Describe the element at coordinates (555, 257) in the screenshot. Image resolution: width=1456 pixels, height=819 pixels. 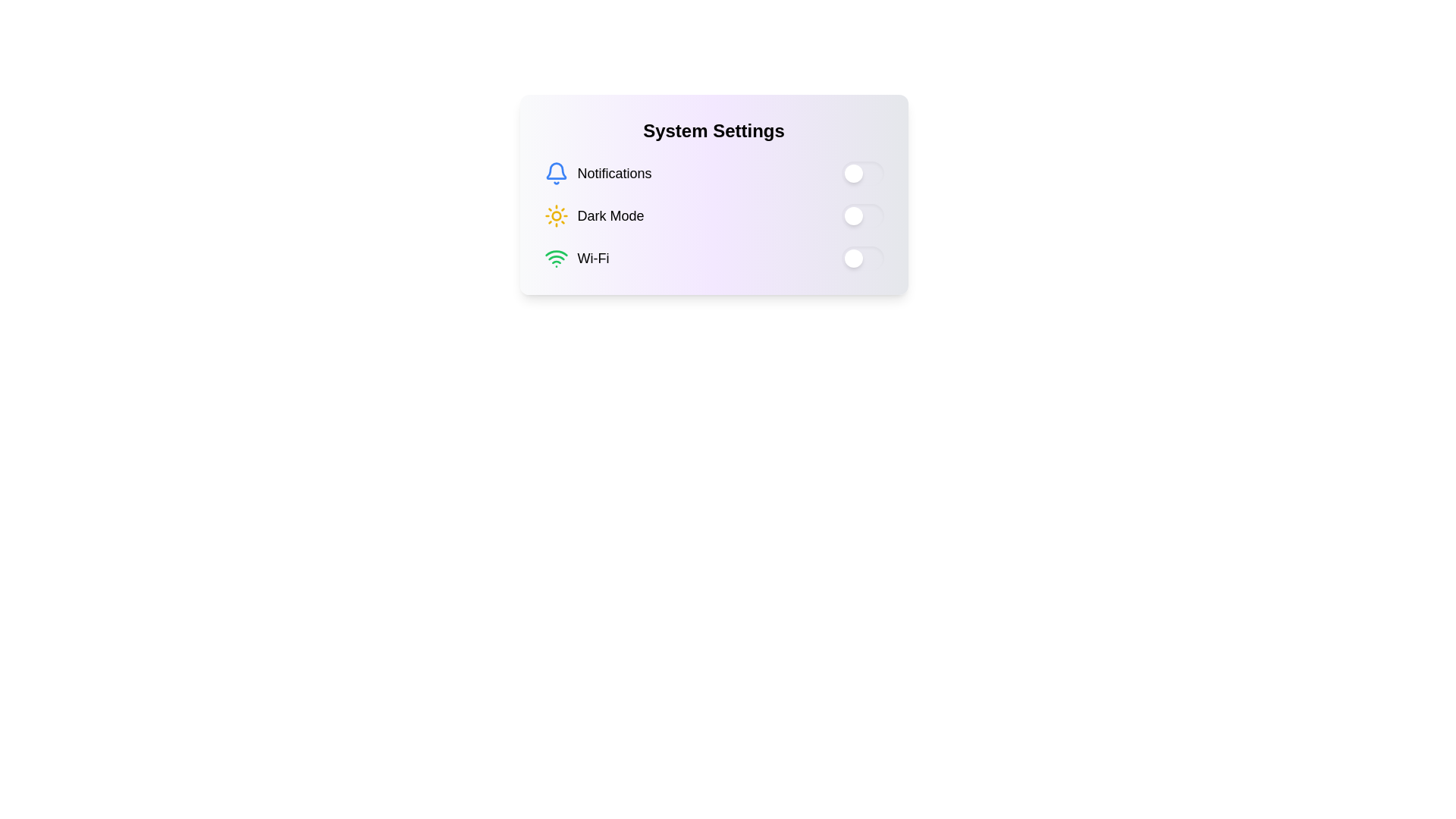
I see `the Wi-Fi settings indicator icon, which visually designates the Wi-Fi setting option in the third row of the System Settings` at that location.